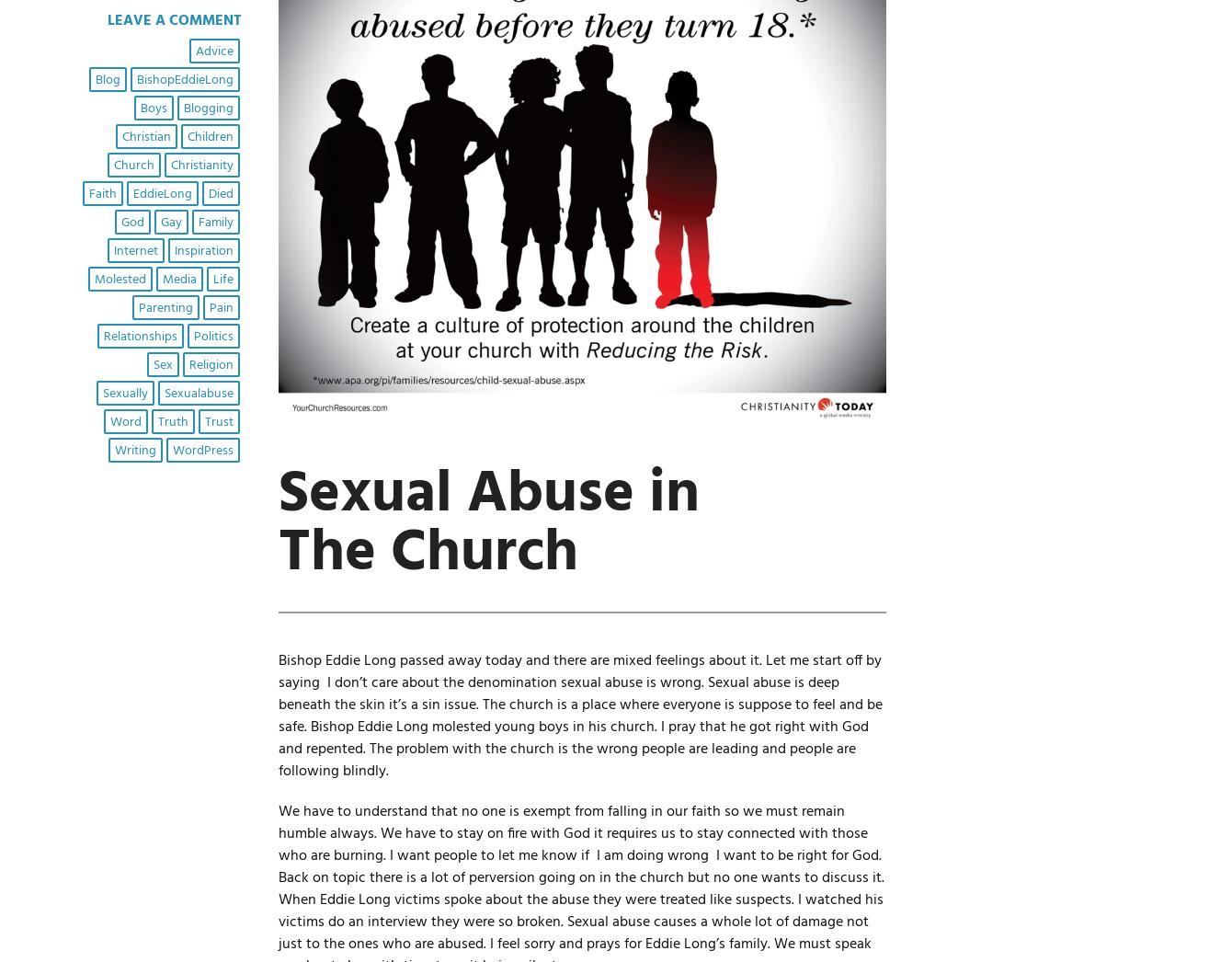 The width and height of the screenshot is (1232, 962). Describe the element at coordinates (169, 221) in the screenshot. I see `'gay'` at that location.